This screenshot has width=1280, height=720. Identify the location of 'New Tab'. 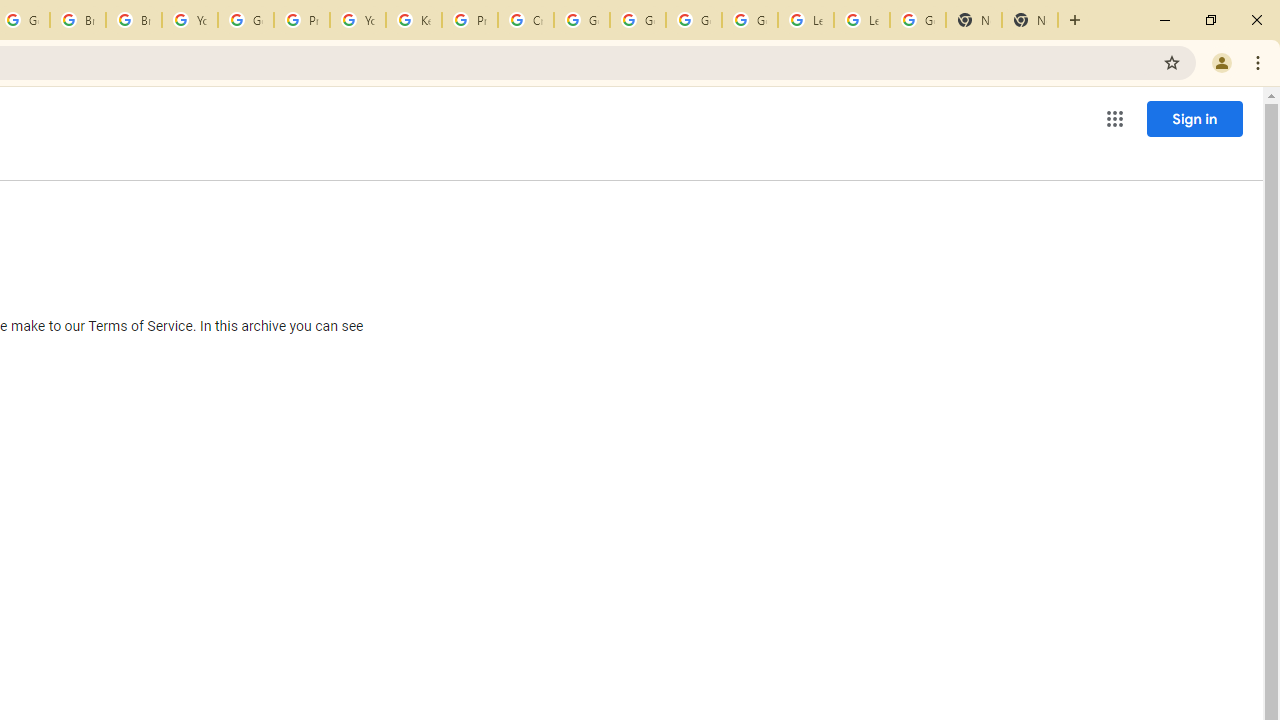
(1030, 20).